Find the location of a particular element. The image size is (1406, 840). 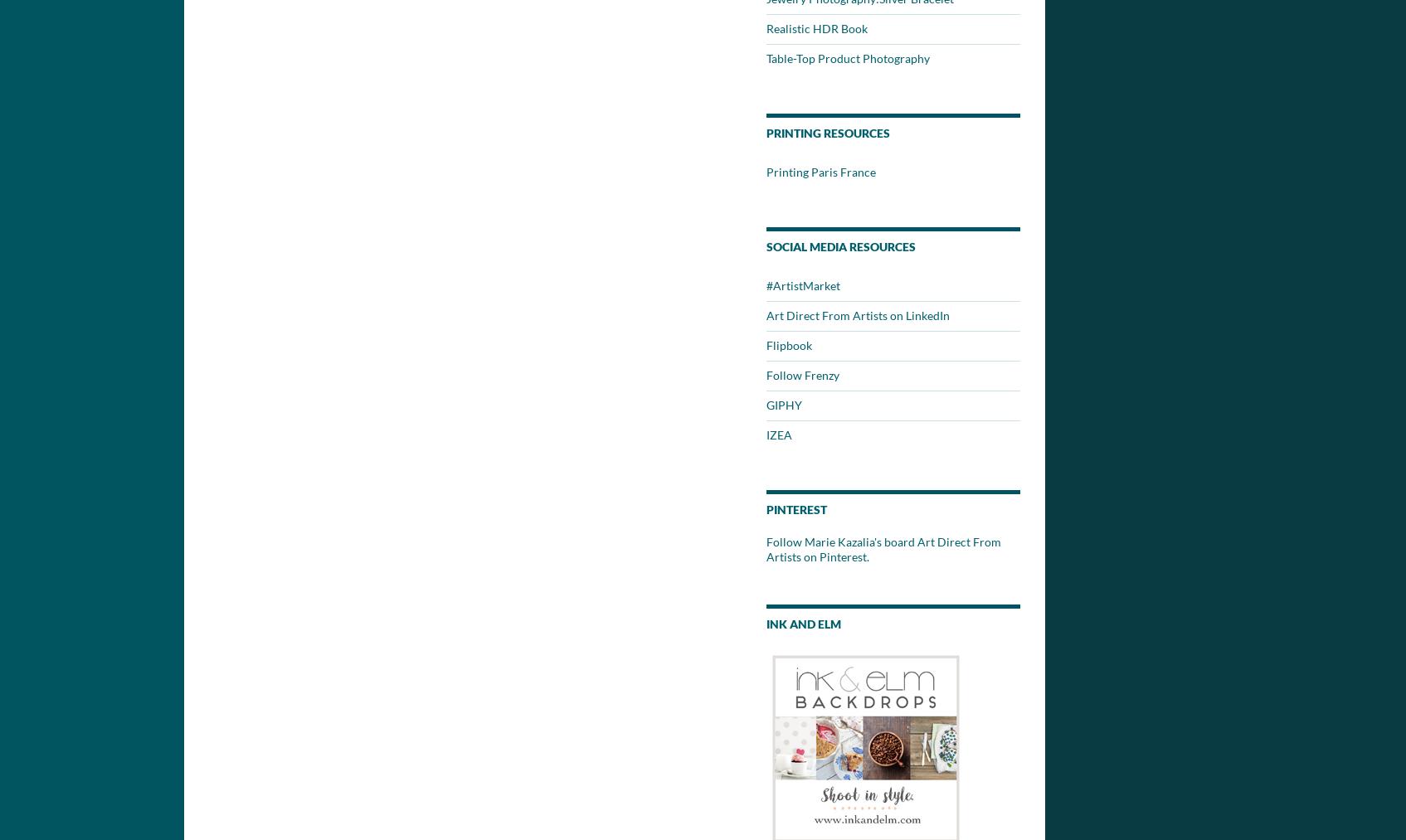

'Realistic HDR Book' is located at coordinates (766, 27).